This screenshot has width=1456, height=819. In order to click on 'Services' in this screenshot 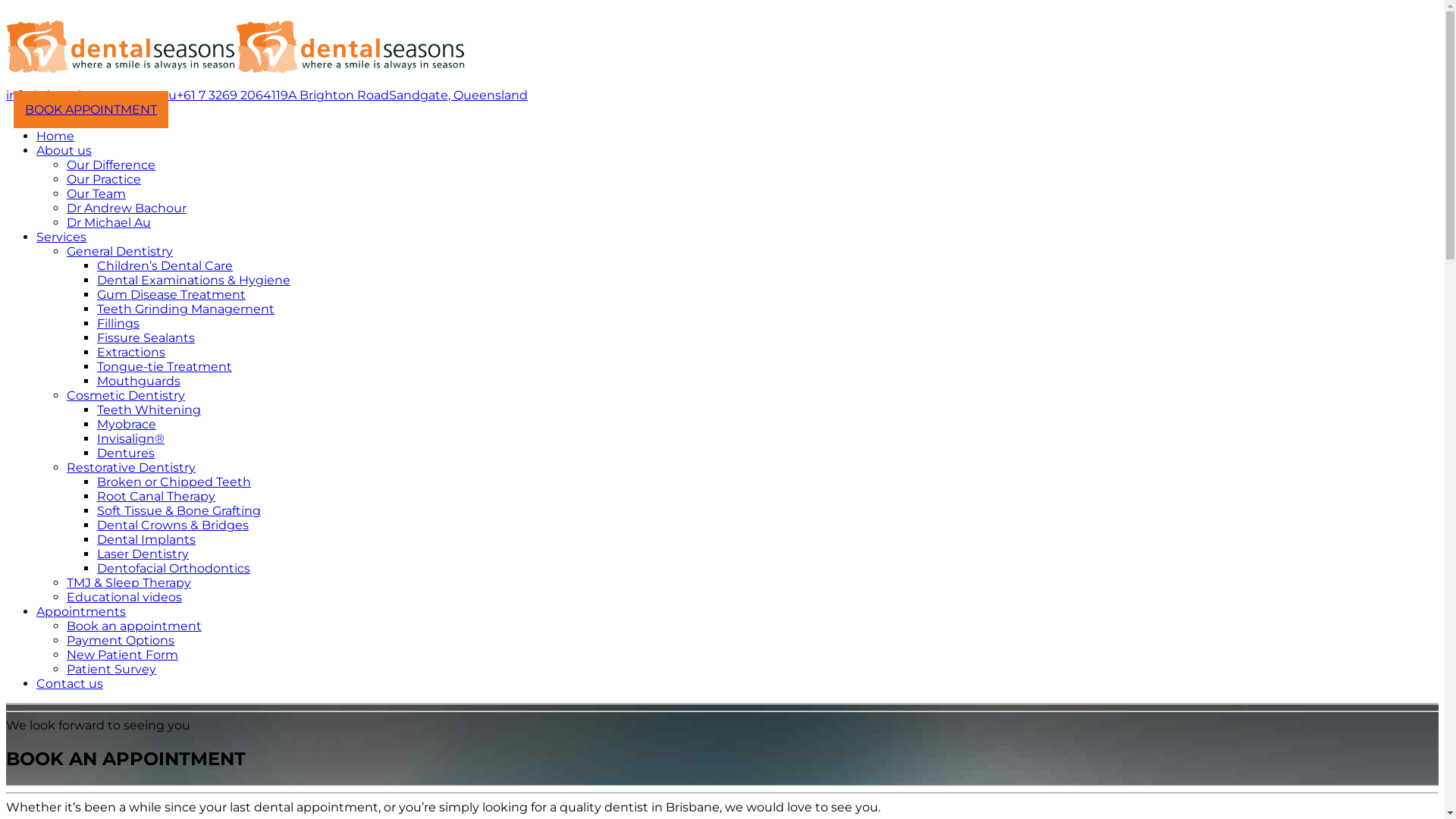, I will do `click(61, 237)`.